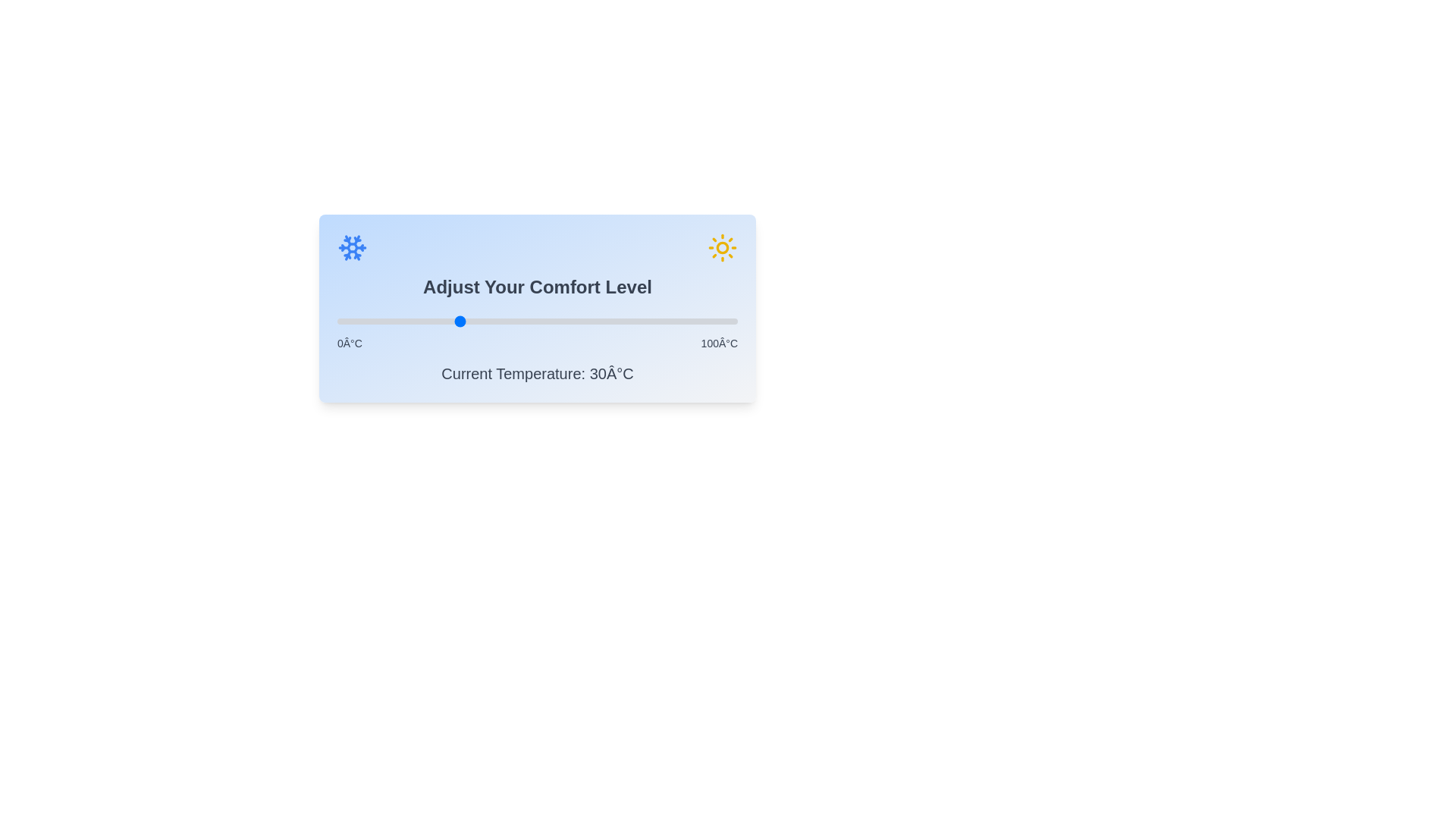 The width and height of the screenshot is (1456, 819). What do you see at coordinates (529, 321) in the screenshot?
I see `the slider to set the temperature to 48°C` at bounding box center [529, 321].